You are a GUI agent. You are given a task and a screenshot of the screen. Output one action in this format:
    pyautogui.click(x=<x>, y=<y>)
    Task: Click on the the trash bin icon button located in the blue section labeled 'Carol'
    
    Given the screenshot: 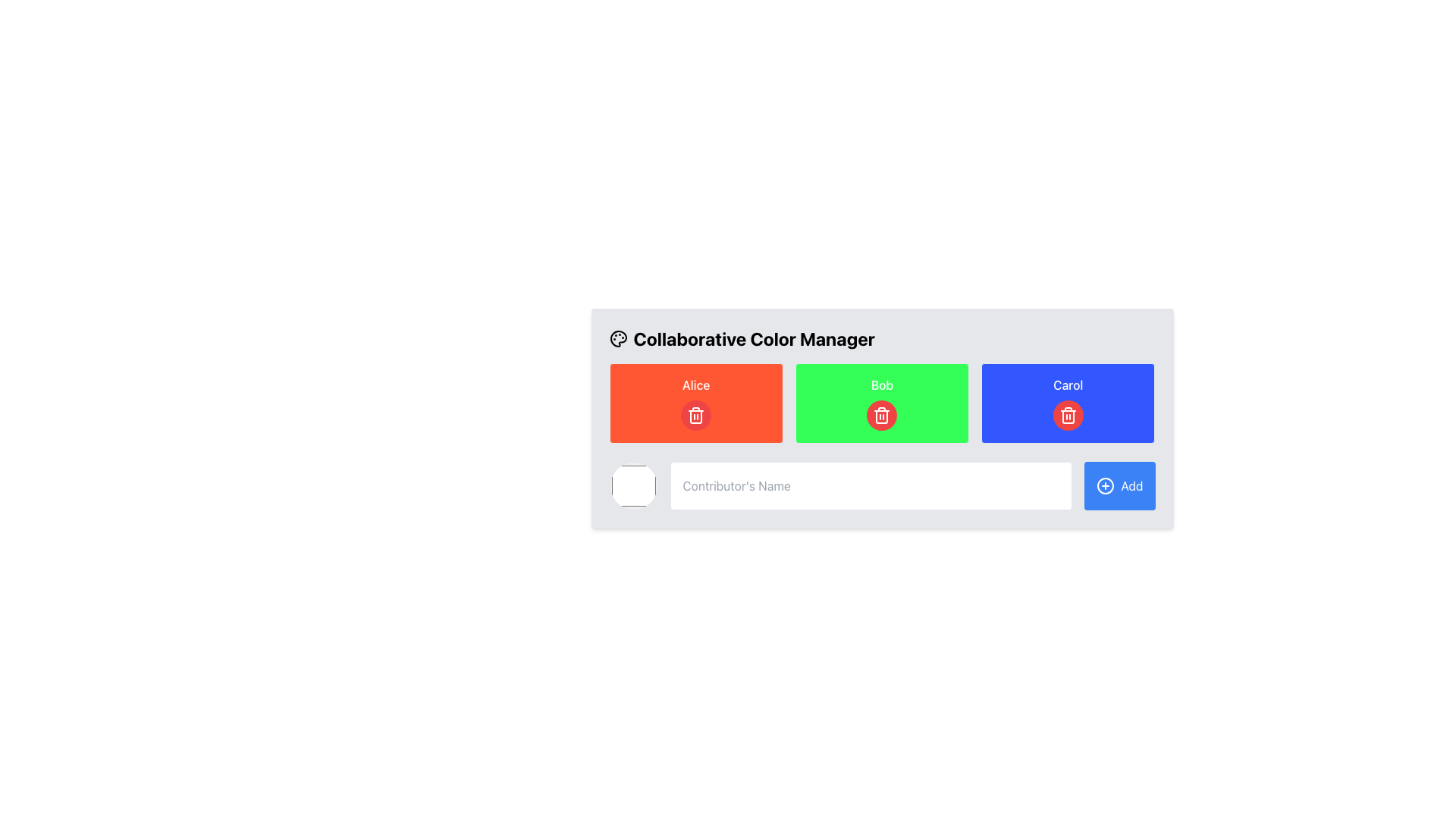 What is the action you would take?
    pyautogui.click(x=1067, y=415)
    